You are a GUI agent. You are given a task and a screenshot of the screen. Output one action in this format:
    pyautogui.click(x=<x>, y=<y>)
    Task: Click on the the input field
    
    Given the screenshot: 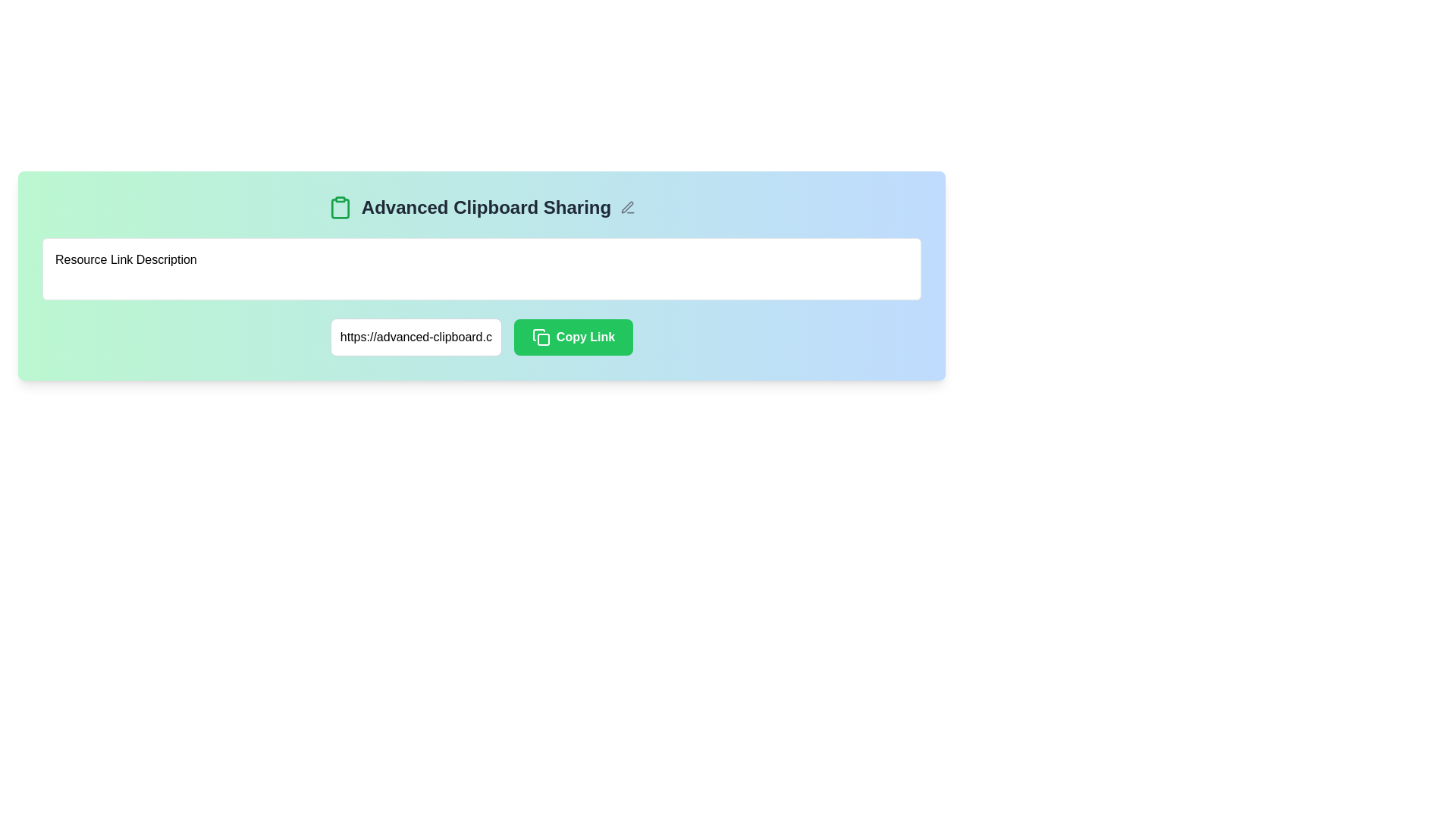 What is the action you would take?
    pyautogui.click(x=481, y=336)
    